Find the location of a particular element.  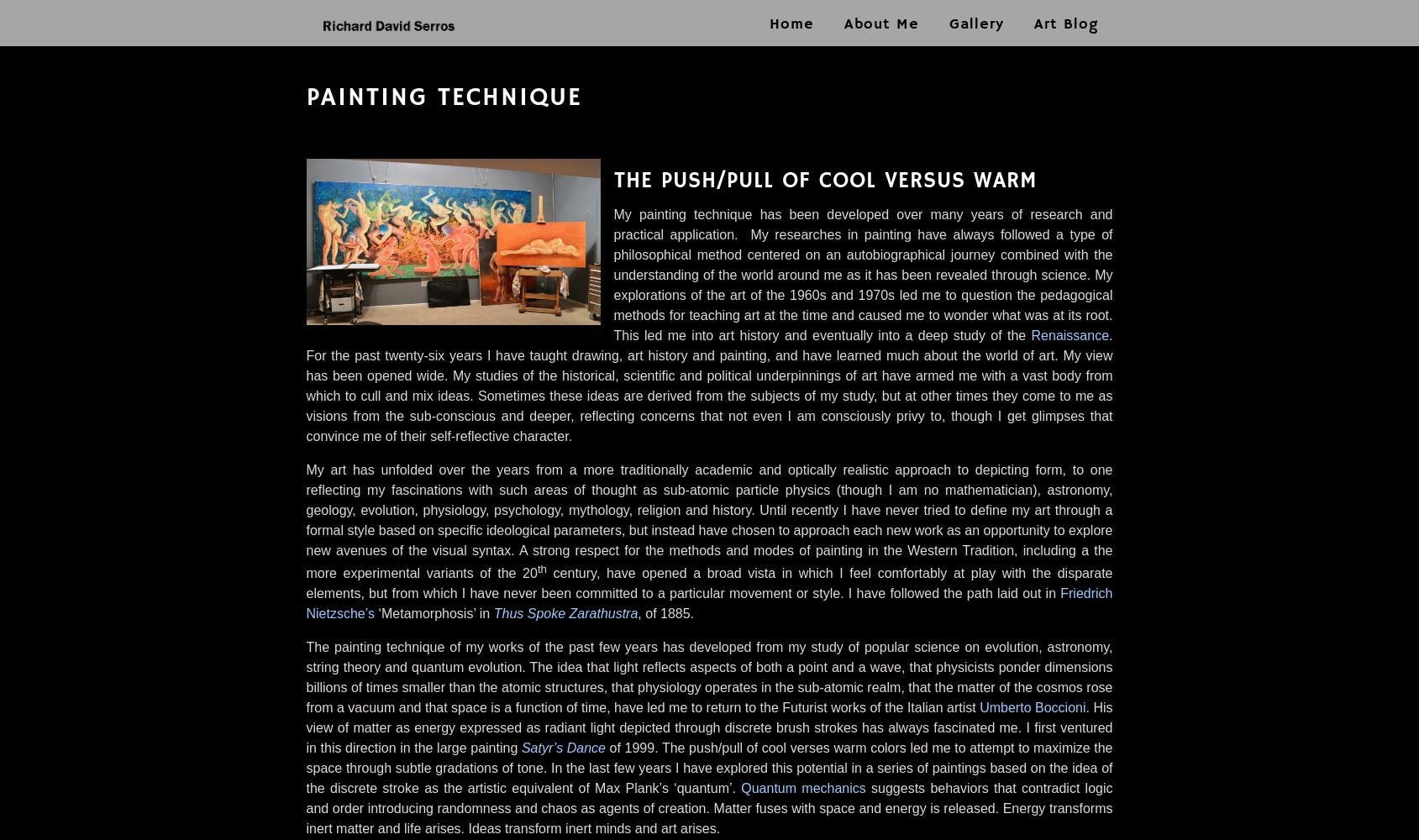

'Thus Spoke Zarathustra' is located at coordinates (491, 612).